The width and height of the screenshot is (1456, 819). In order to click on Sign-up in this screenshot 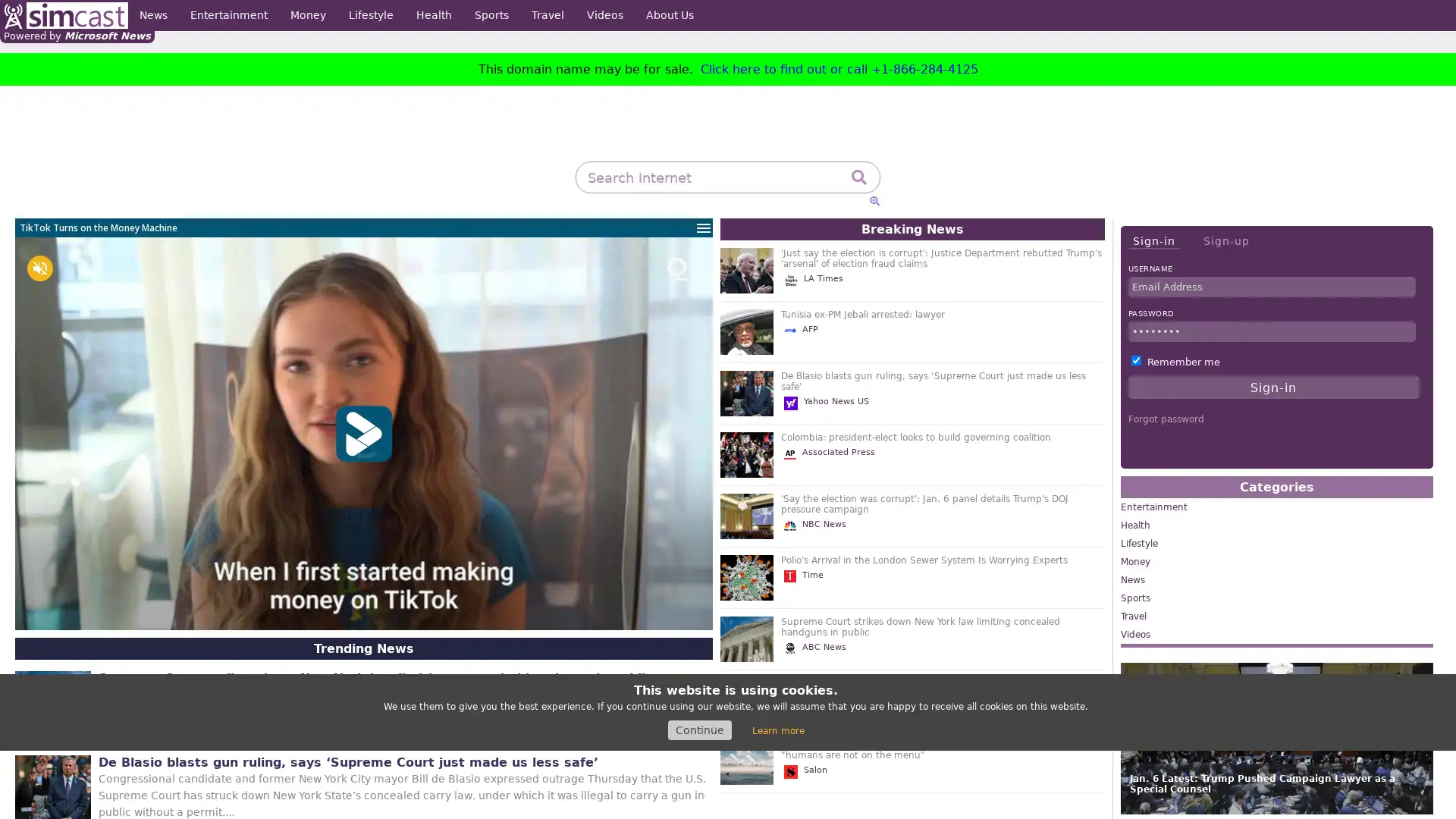, I will do `click(1225, 240)`.